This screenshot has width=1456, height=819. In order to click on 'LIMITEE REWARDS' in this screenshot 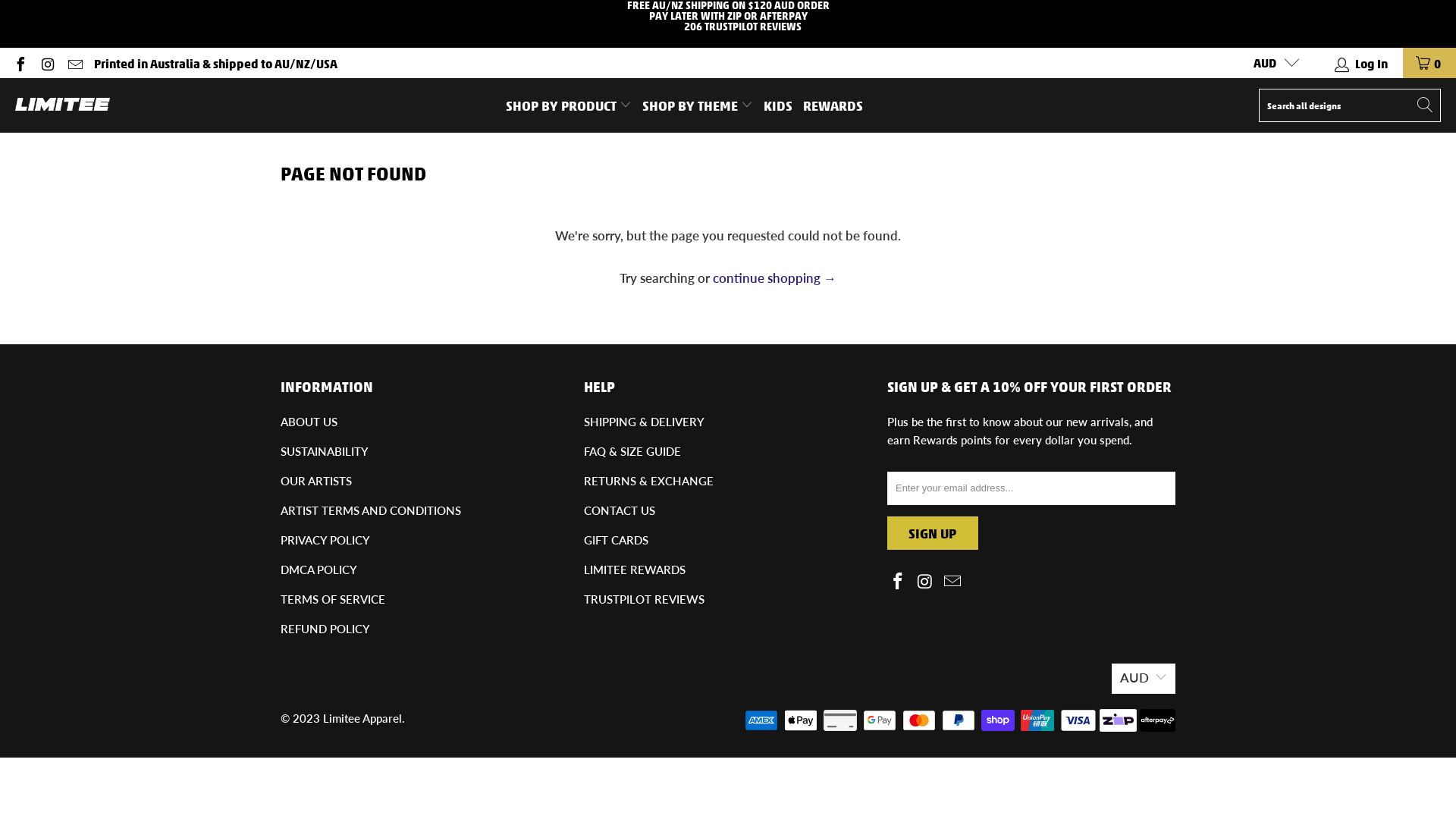, I will do `click(582, 570)`.